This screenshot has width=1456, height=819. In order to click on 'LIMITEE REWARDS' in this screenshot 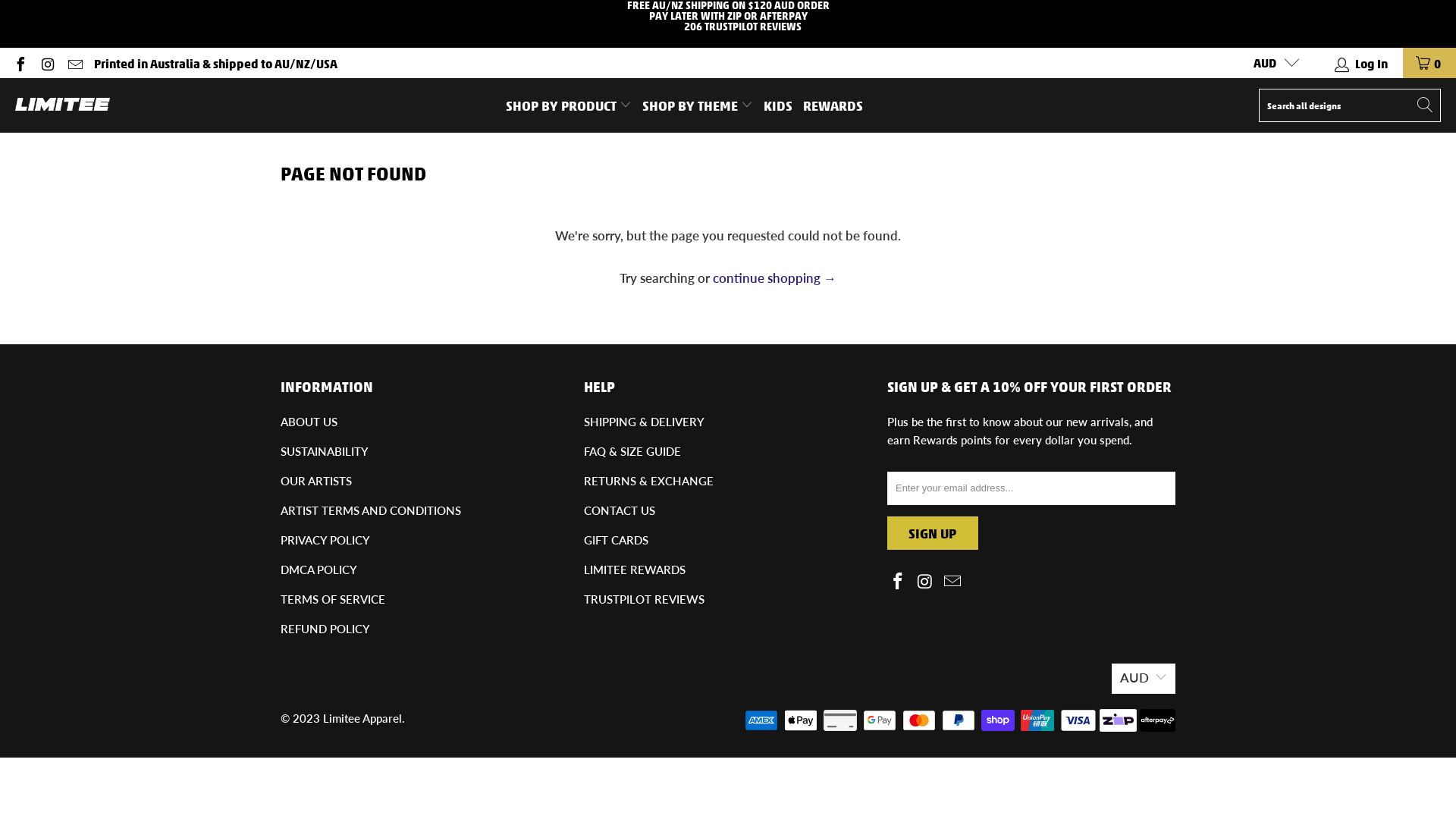, I will do `click(582, 570)`.